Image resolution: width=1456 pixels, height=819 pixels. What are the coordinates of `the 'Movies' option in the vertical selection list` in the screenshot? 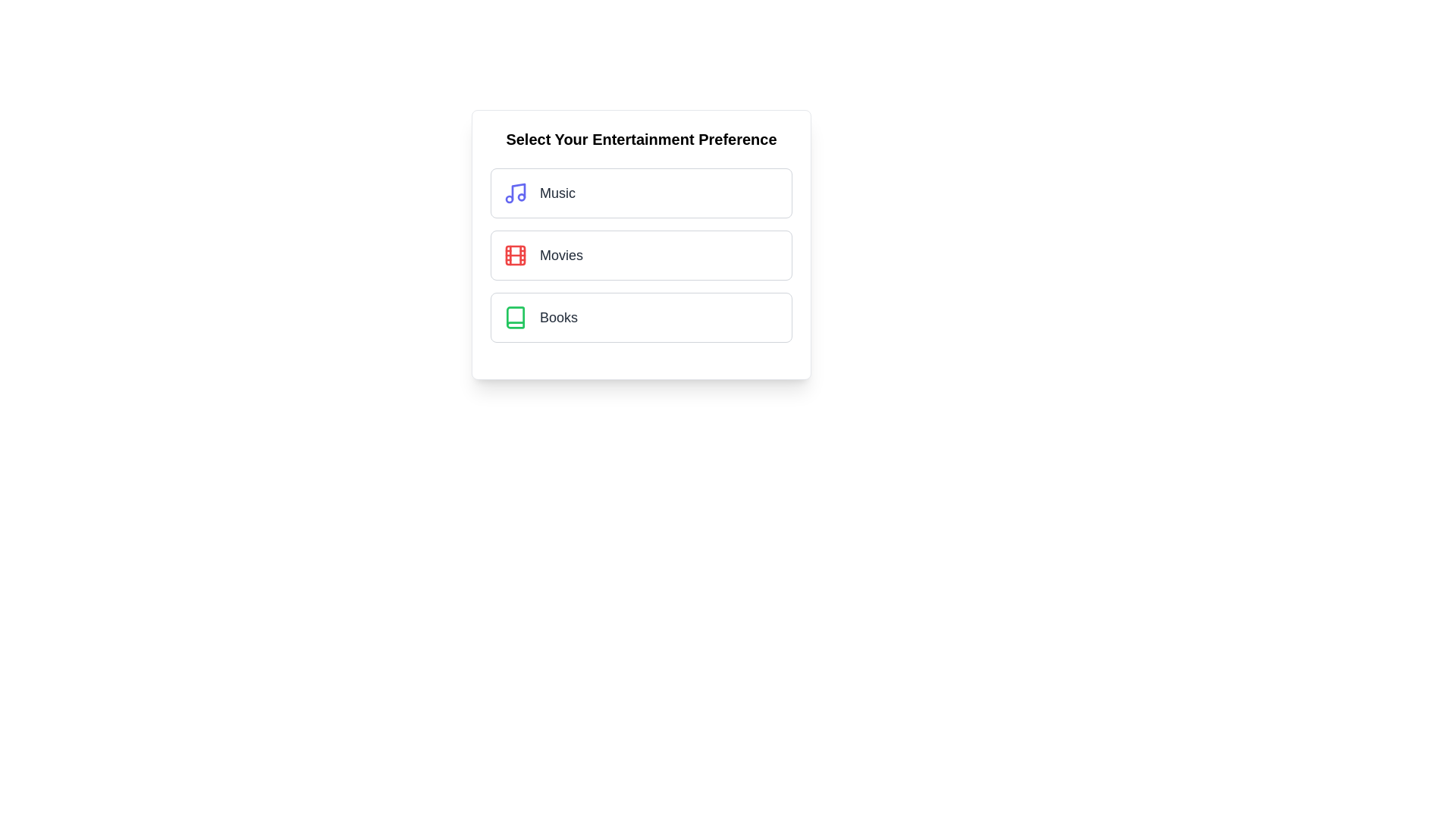 It's located at (641, 244).